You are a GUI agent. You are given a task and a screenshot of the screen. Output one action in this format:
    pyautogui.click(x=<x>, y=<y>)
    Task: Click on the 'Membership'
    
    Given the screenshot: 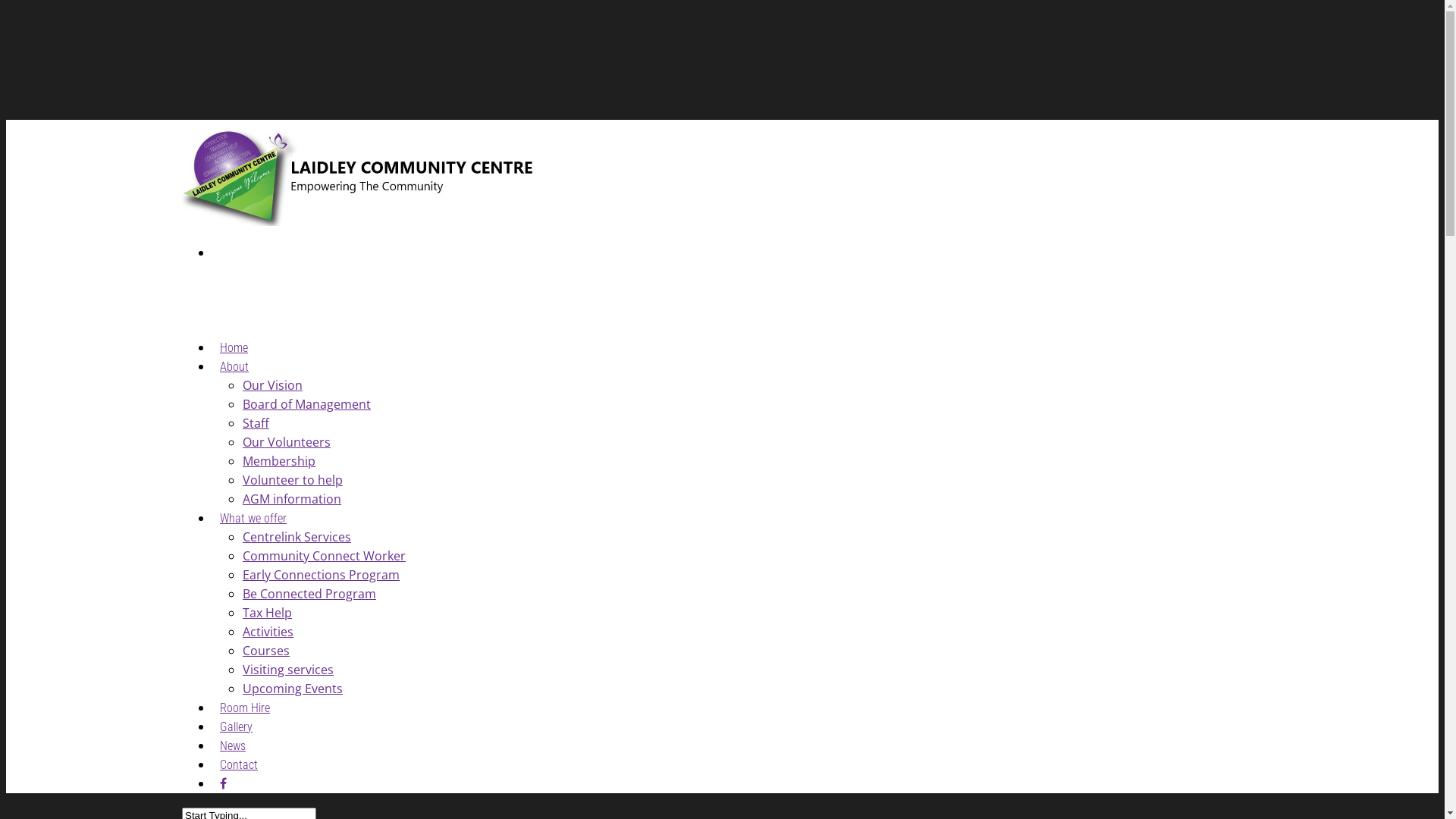 What is the action you would take?
    pyautogui.click(x=279, y=460)
    